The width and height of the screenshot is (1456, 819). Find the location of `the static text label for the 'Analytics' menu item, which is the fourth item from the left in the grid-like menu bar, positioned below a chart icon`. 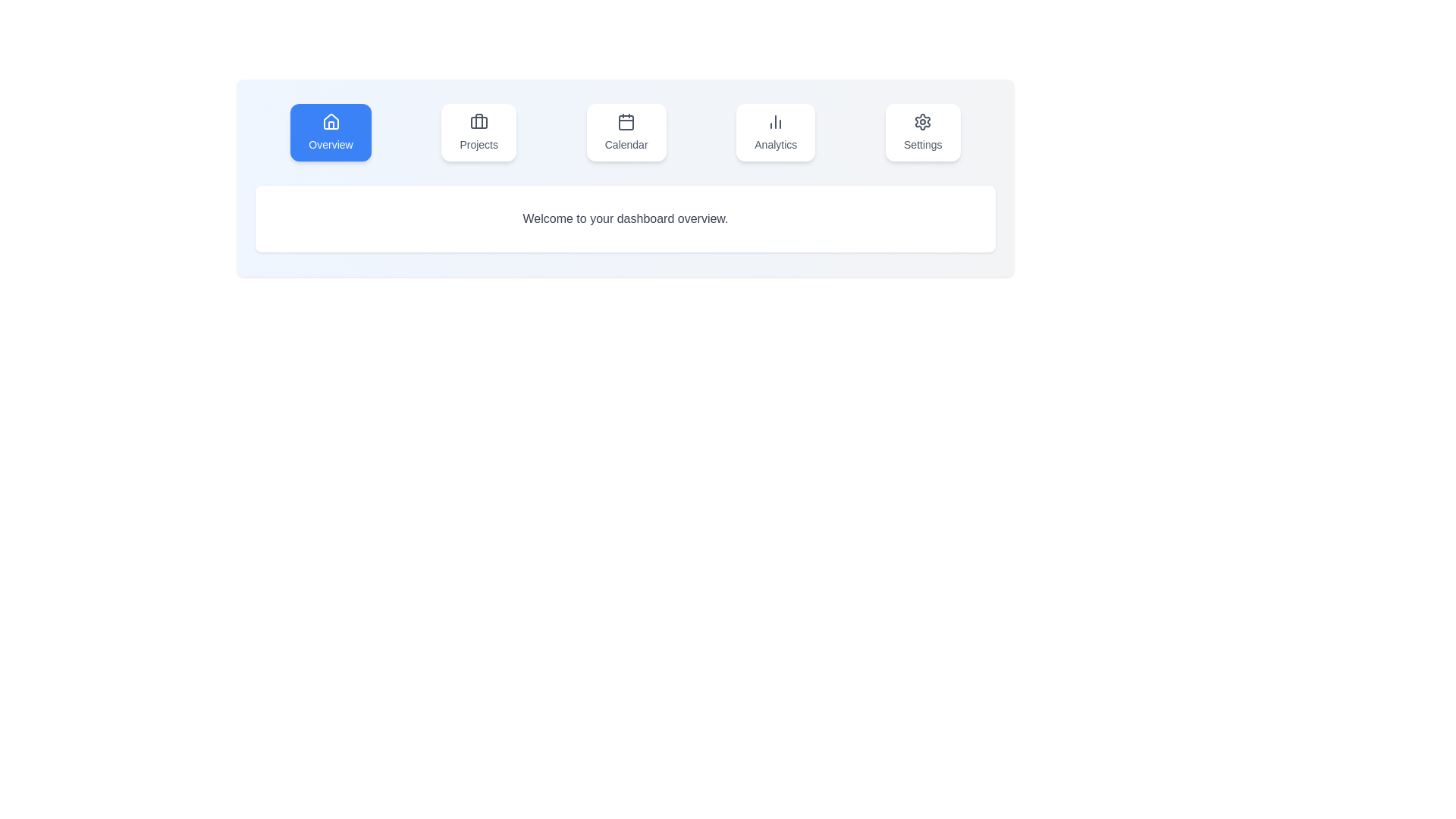

the static text label for the 'Analytics' menu item, which is the fourth item from the left in the grid-like menu bar, positioned below a chart icon is located at coordinates (776, 145).